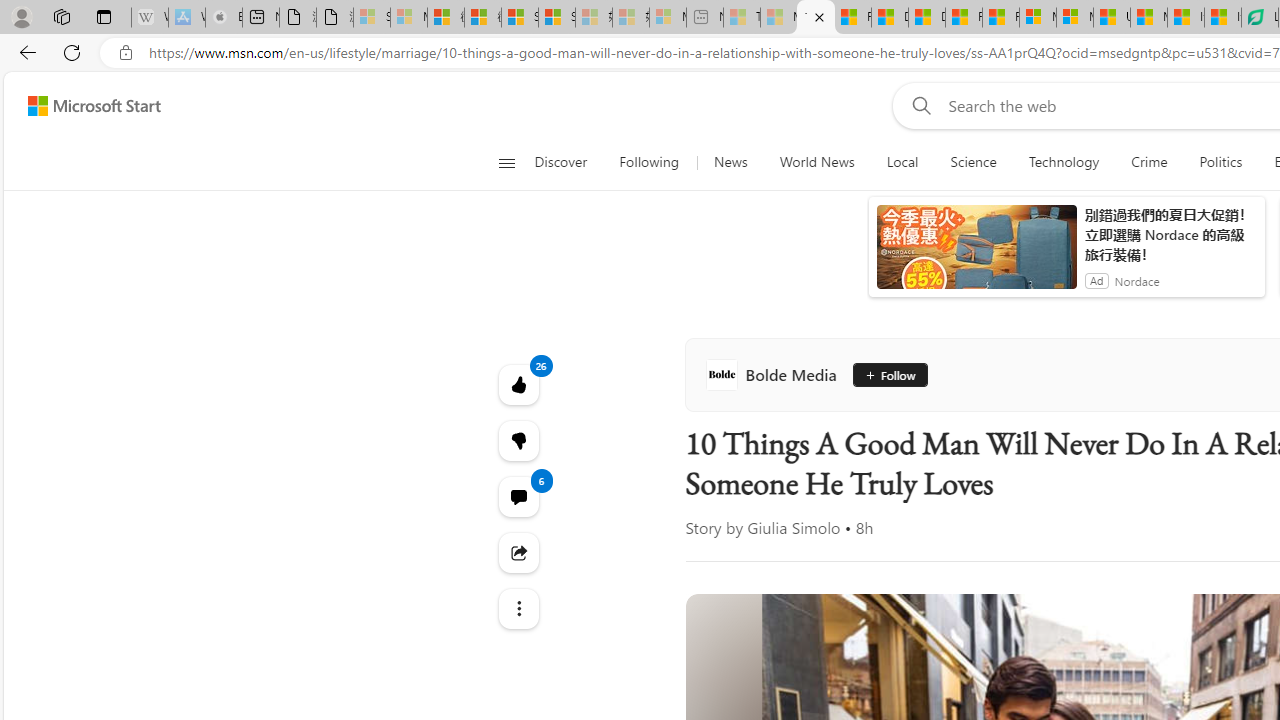 The height and width of the screenshot is (720, 1280). What do you see at coordinates (86, 105) in the screenshot?
I see `'Skip to content'` at bounding box center [86, 105].